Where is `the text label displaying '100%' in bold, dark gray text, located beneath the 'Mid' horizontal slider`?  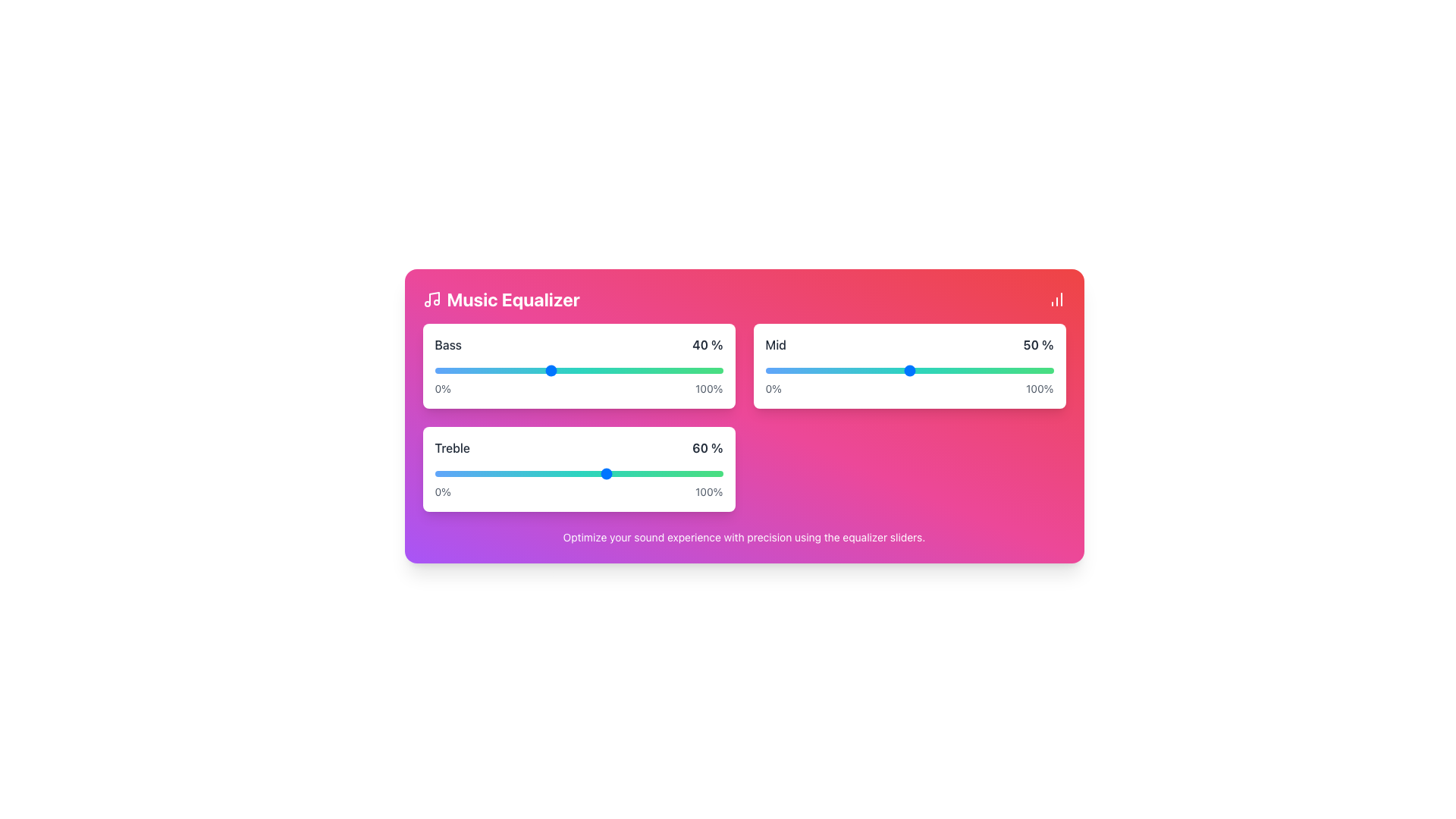 the text label displaying '100%' in bold, dark gray text, located beneath the 'Mid' horizontal slider is located at coordinates (1039, 388).